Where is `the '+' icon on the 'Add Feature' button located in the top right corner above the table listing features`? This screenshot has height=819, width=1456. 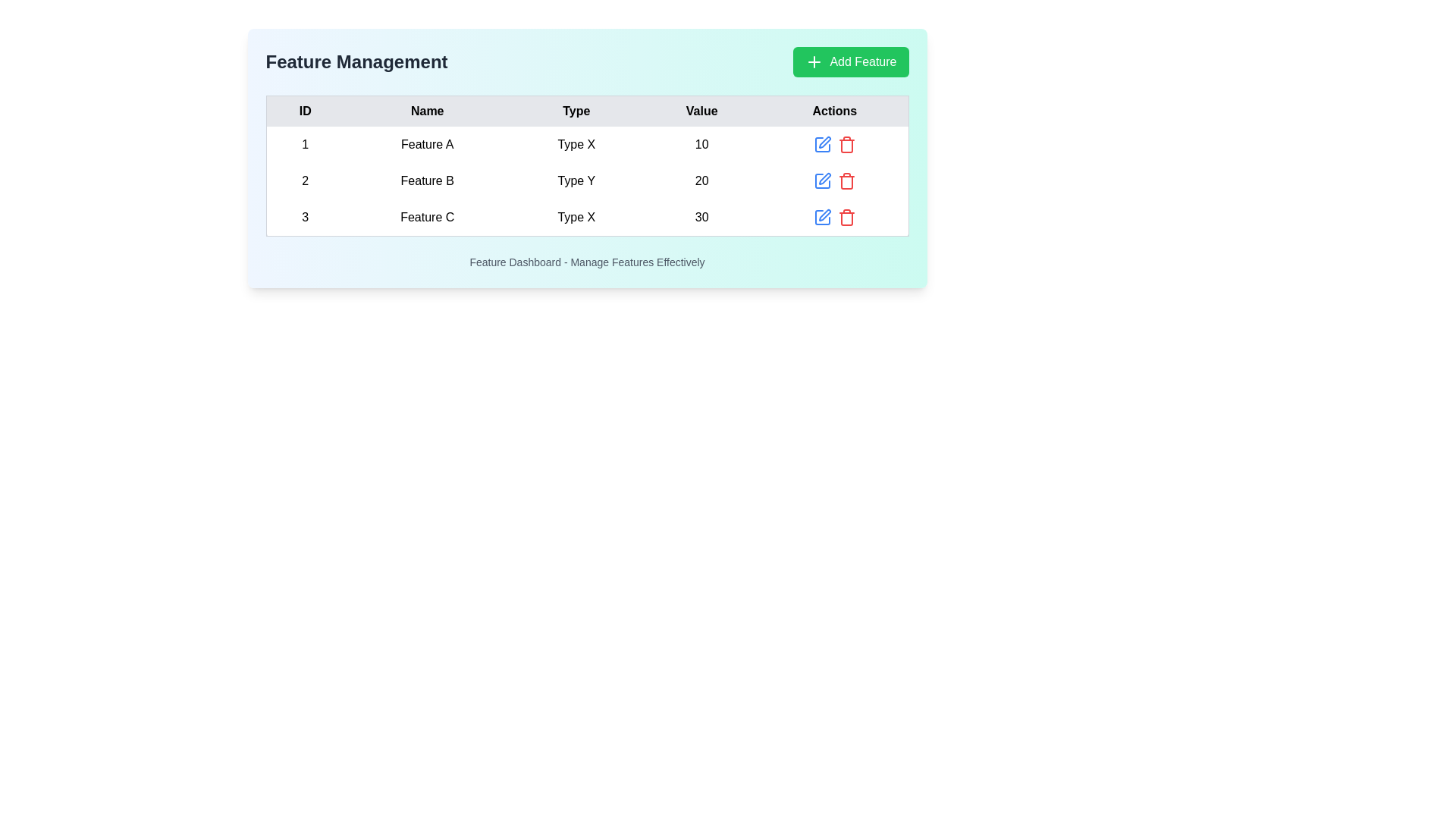 the '+' icon on the 'Add Feature' button located in the top right corner above the table listing features is located at coordinates (814, 61).